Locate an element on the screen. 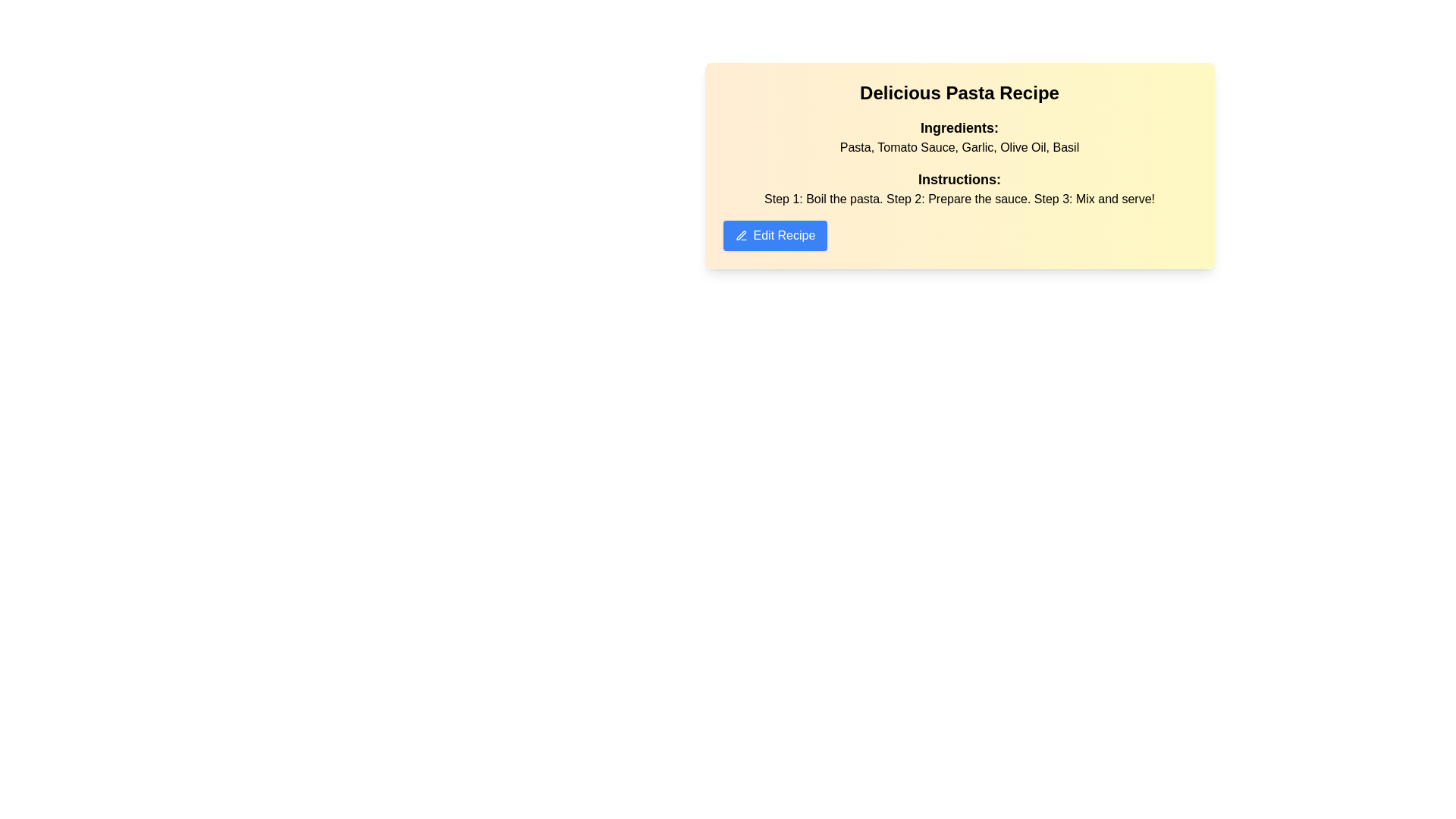 This screenshot has width=1456, height=819. the text block displaying 'Ingredients:' and the list of items is located at coordinates (959, 137).